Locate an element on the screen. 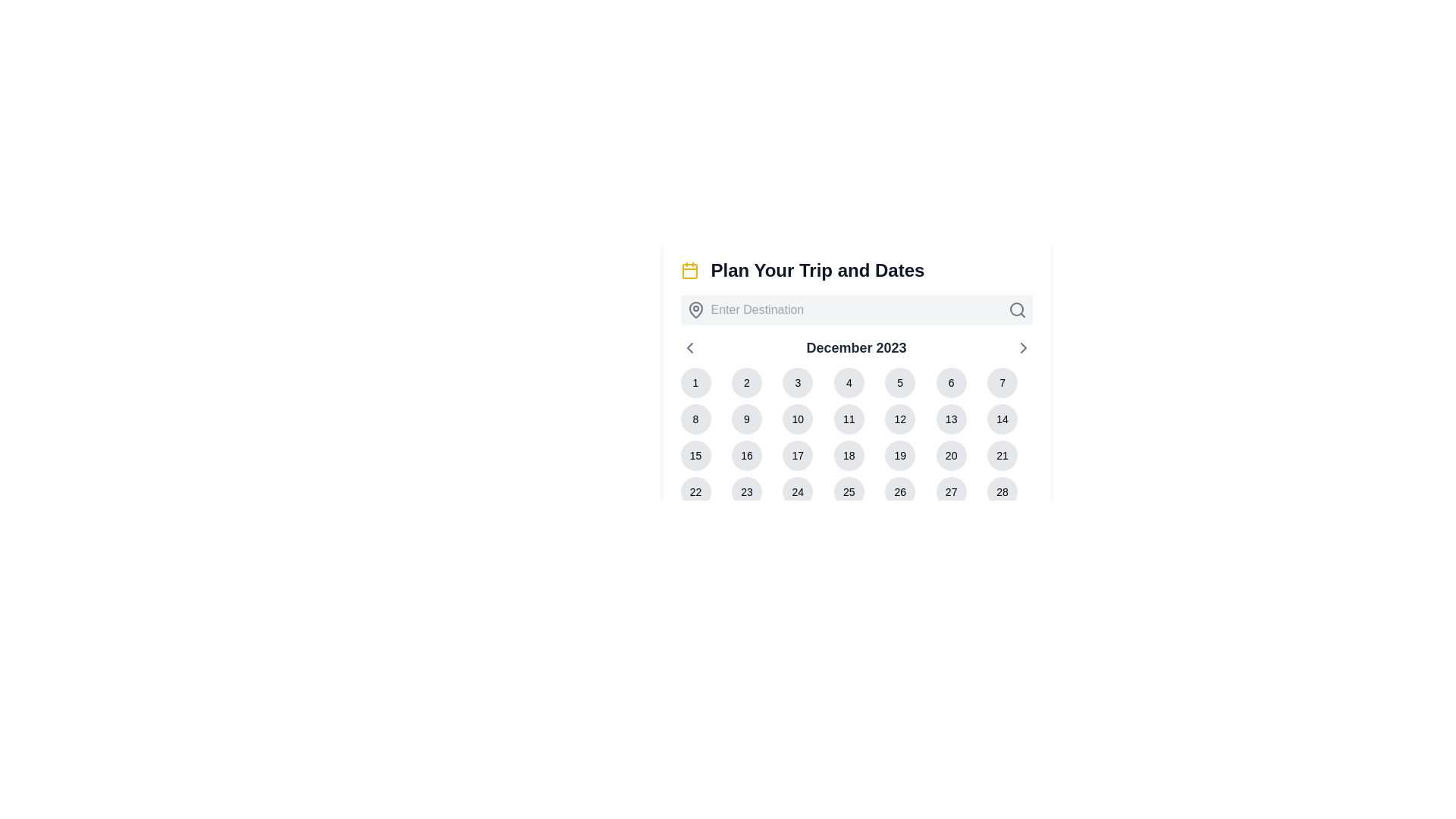  the button representing the date '9' is located at coordinates (746, 419).